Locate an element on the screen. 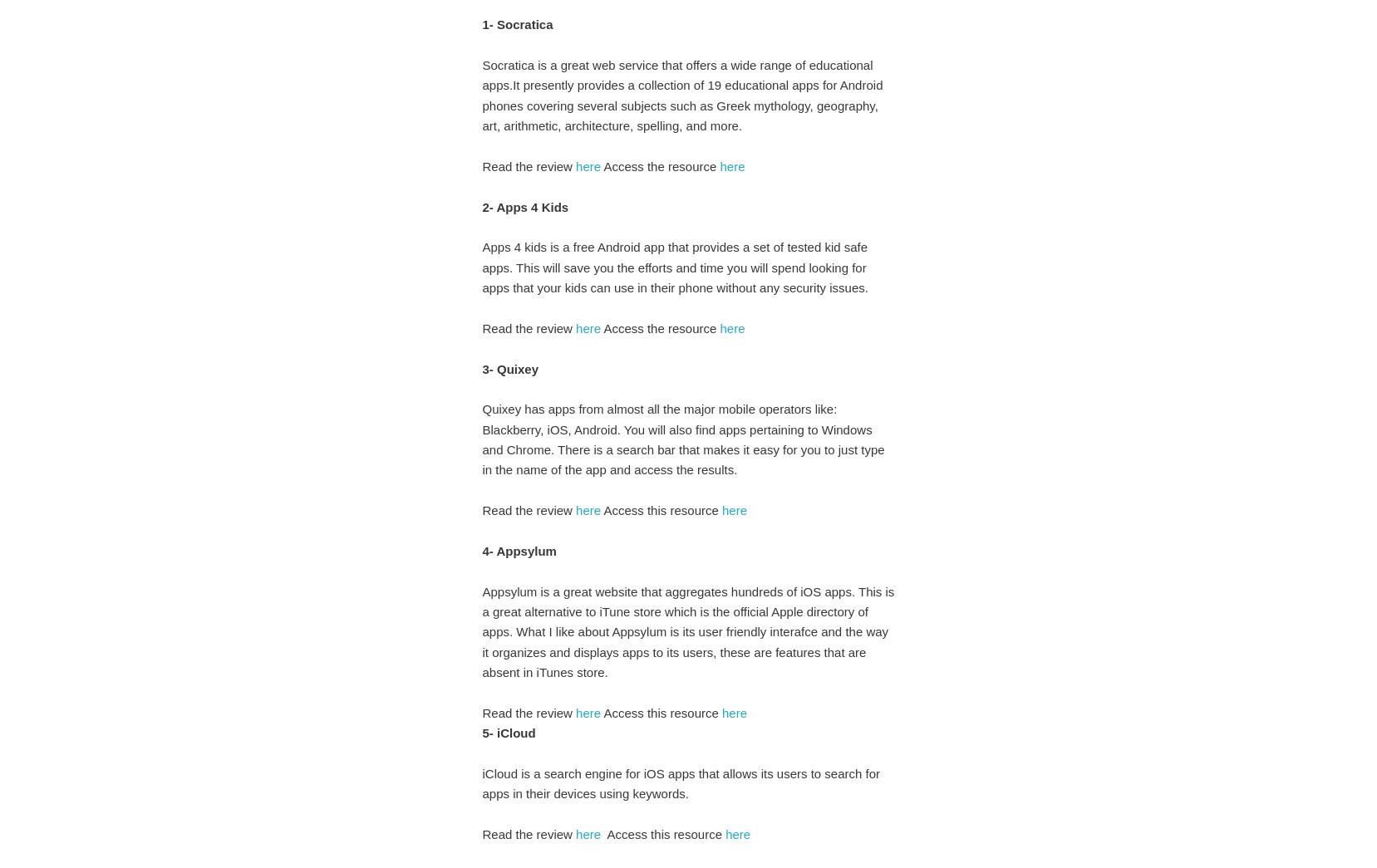  '1- Socratica' is located at coordinates (517, 23).